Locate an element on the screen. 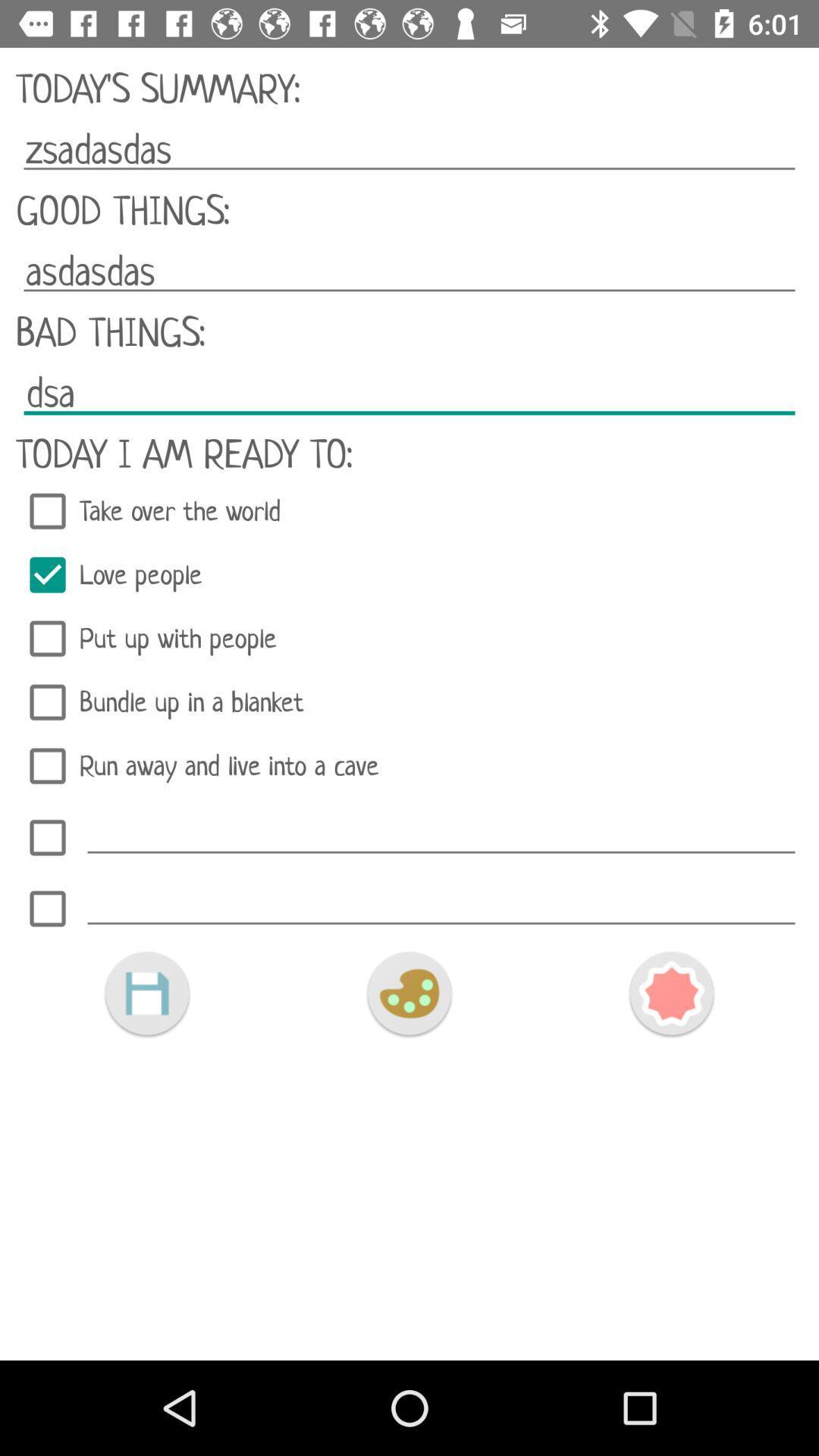 The width and height of the screenshot is (819, 1456). item below put up with icon is located at coordinates (409, 701).